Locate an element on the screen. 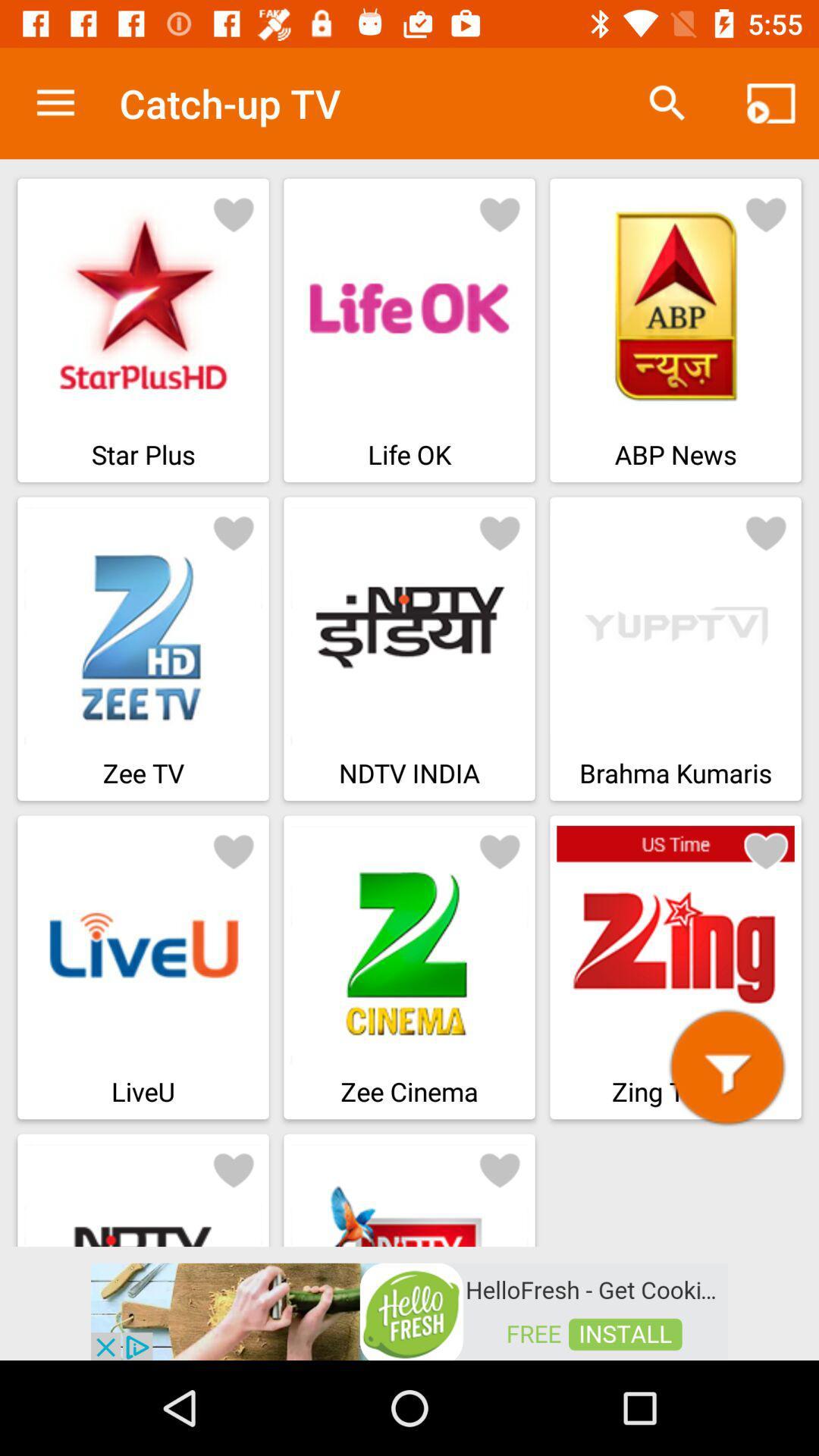 The width and height of the screenshot is (819, 1456). filter button is located at coordinates (726, 1066).